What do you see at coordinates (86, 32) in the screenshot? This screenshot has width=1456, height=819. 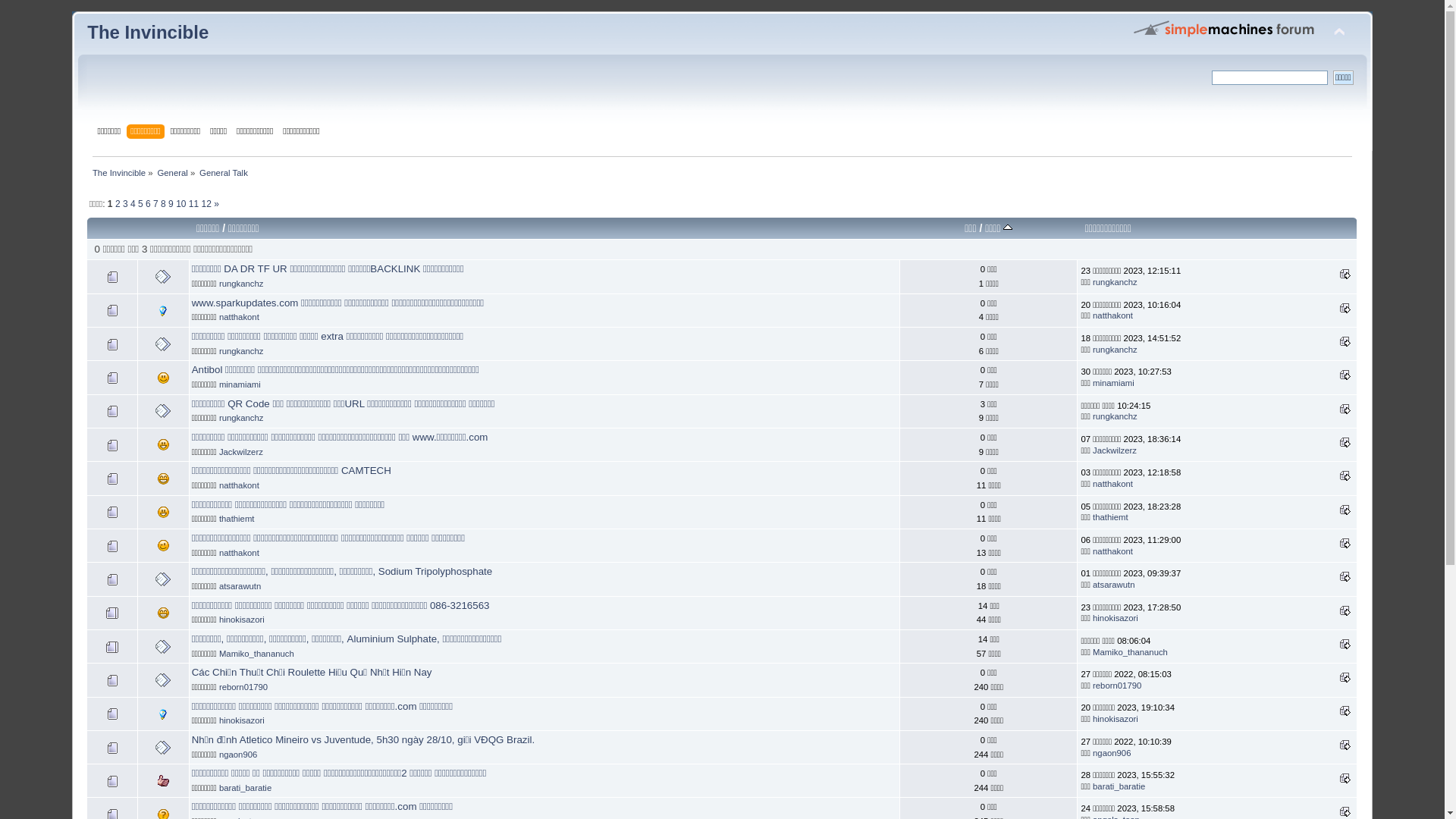 I see `'The Invincible'` at bounding box center [86, 32].